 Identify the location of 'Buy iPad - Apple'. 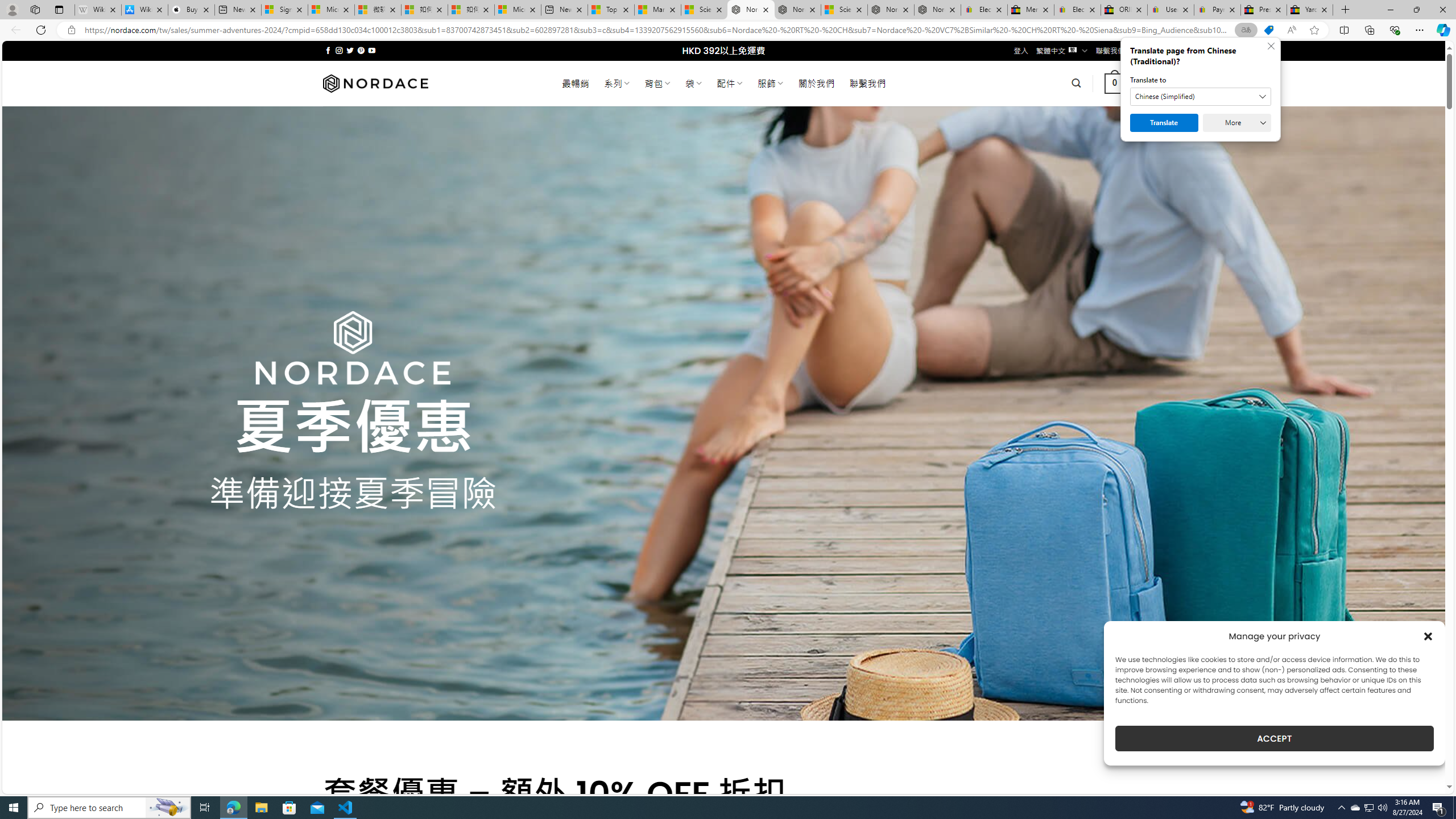
(191, 9).